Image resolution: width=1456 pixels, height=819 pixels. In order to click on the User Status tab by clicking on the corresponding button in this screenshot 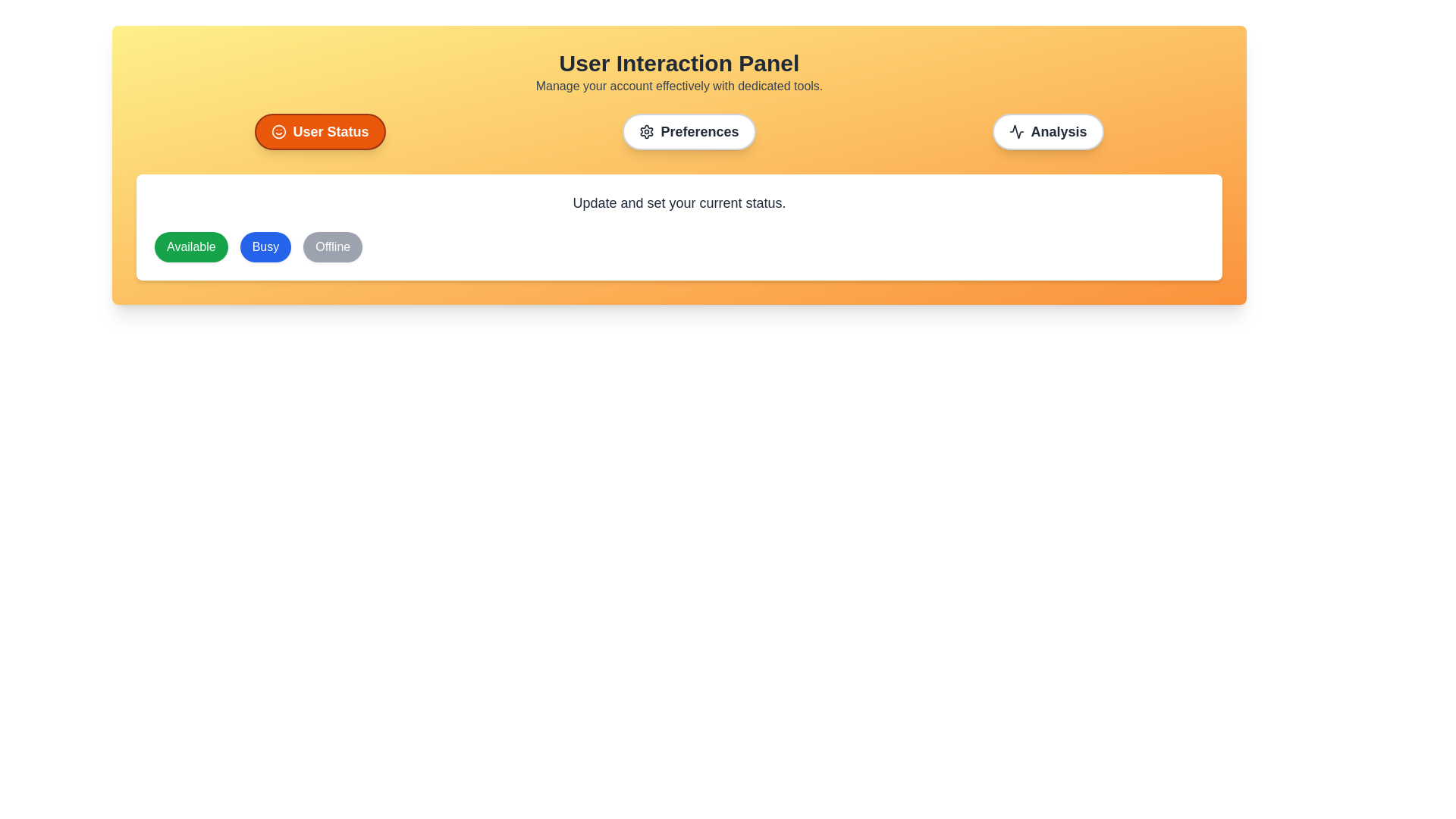, I will do `click(319, 130)`.